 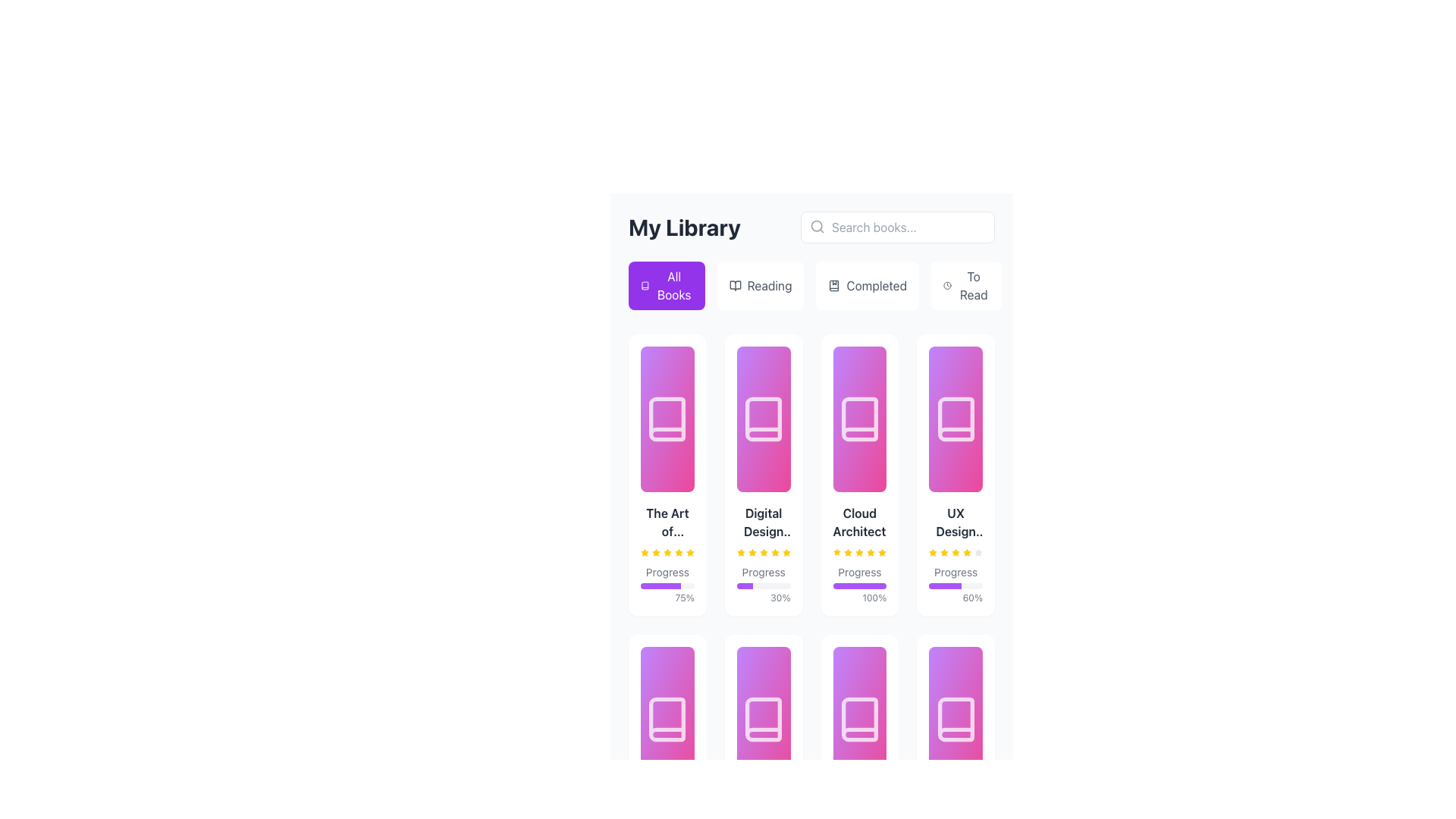 I want to click on the fourth yellow star icon in the rating section of the UX Design card, which is located below the card title and above the progress bar, so click(x=966, y=553).